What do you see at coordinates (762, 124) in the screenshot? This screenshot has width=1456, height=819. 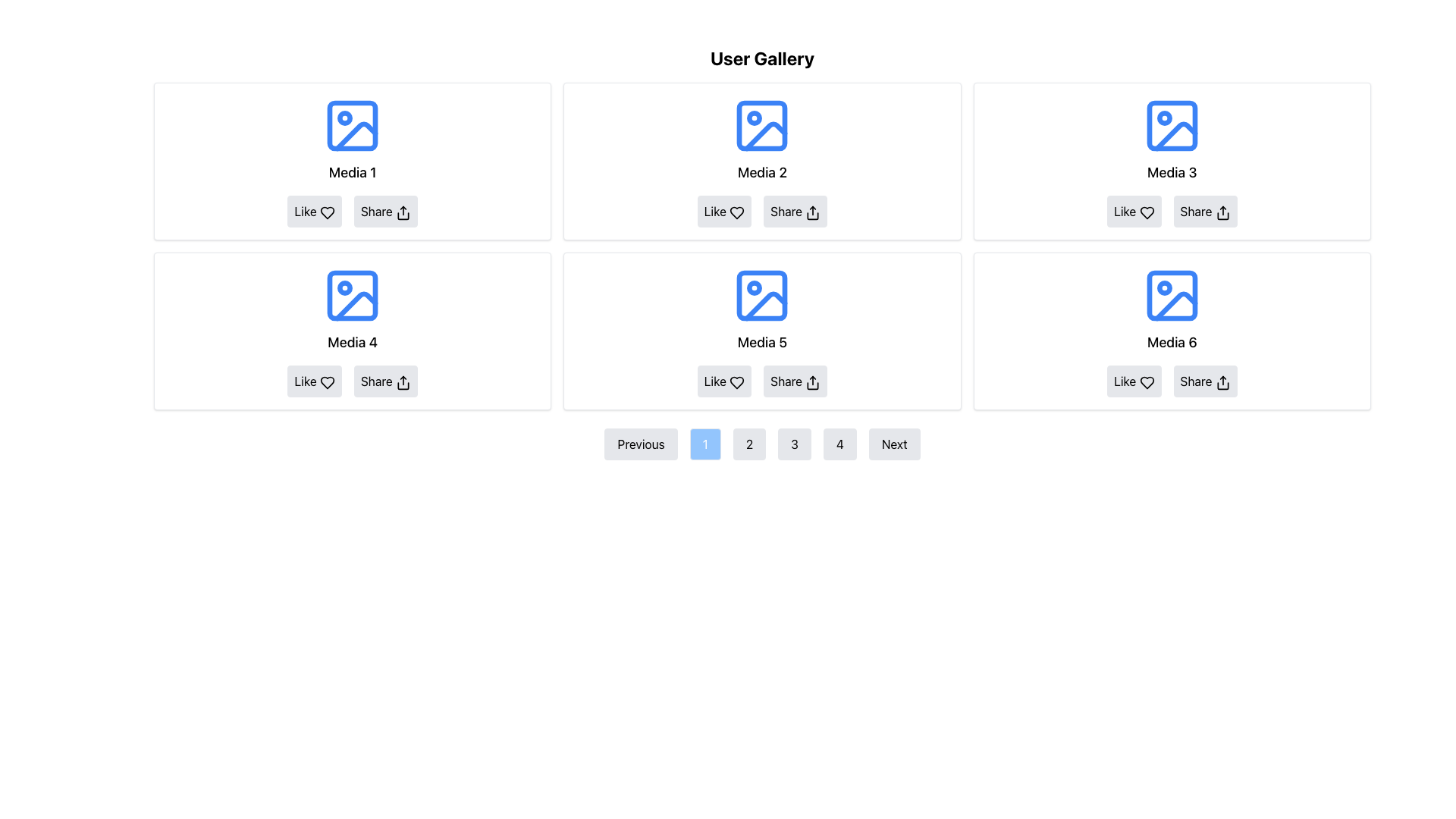 I see `the image icon with a blue border and white background located in the upper-left section of the second media card ('Media 2')` at bounding box center [762, 124].